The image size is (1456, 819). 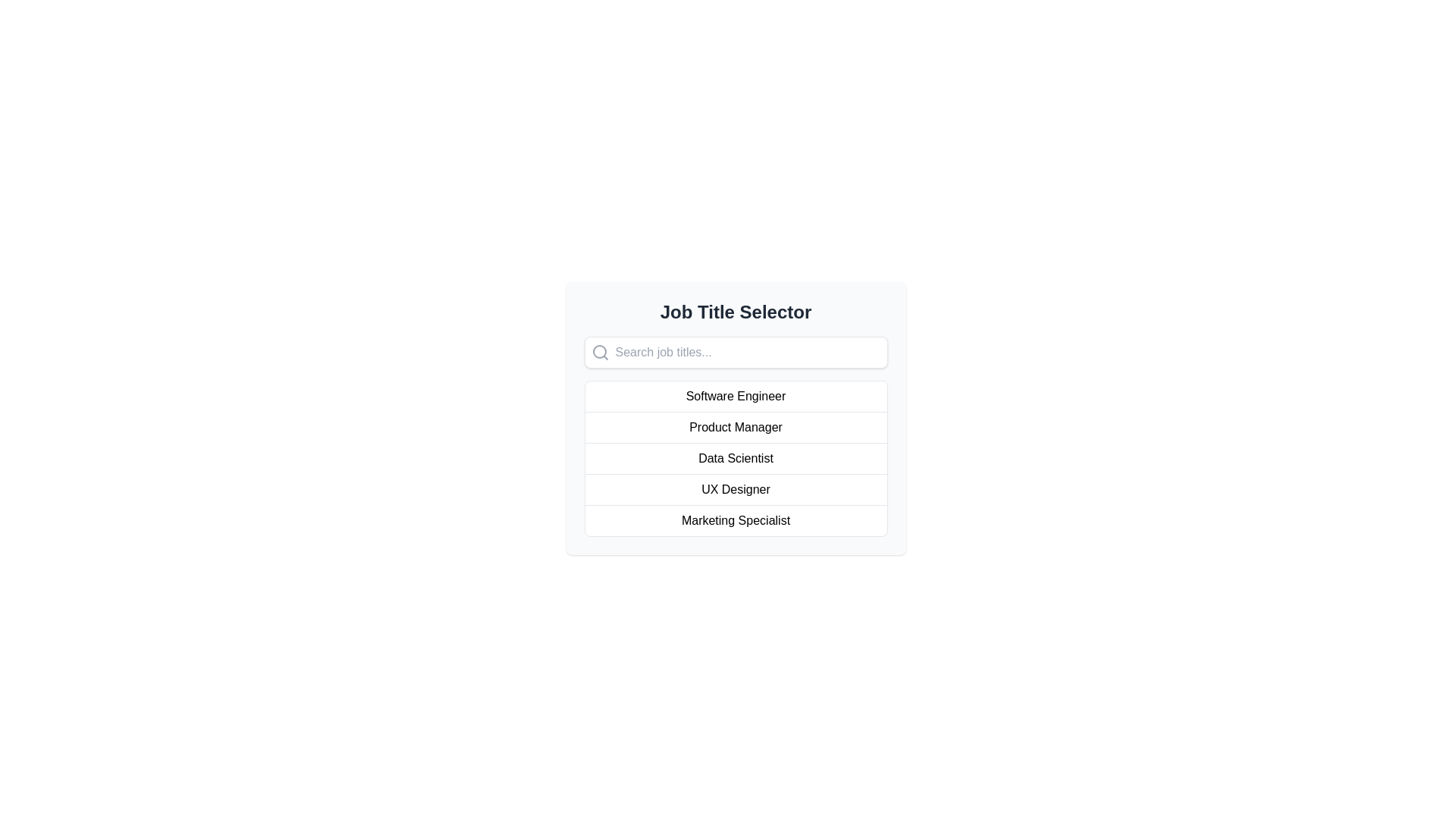 I want to click on the 'Marketing Specialist' option in the job title list, so click(x=736, y=519).